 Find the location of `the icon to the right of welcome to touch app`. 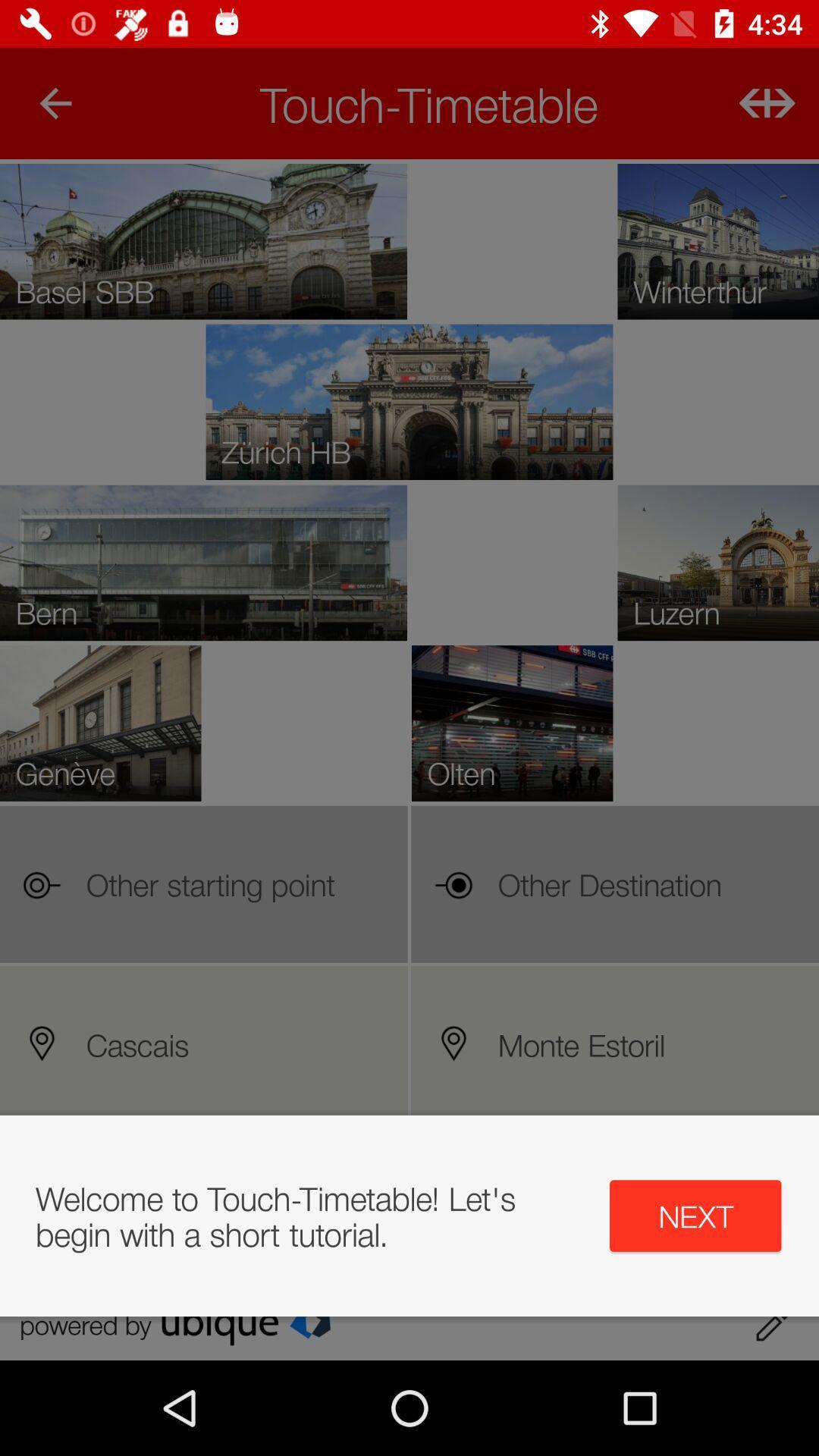

the icon to the right of welcome to touch app is located at coordinates (695, 1216).